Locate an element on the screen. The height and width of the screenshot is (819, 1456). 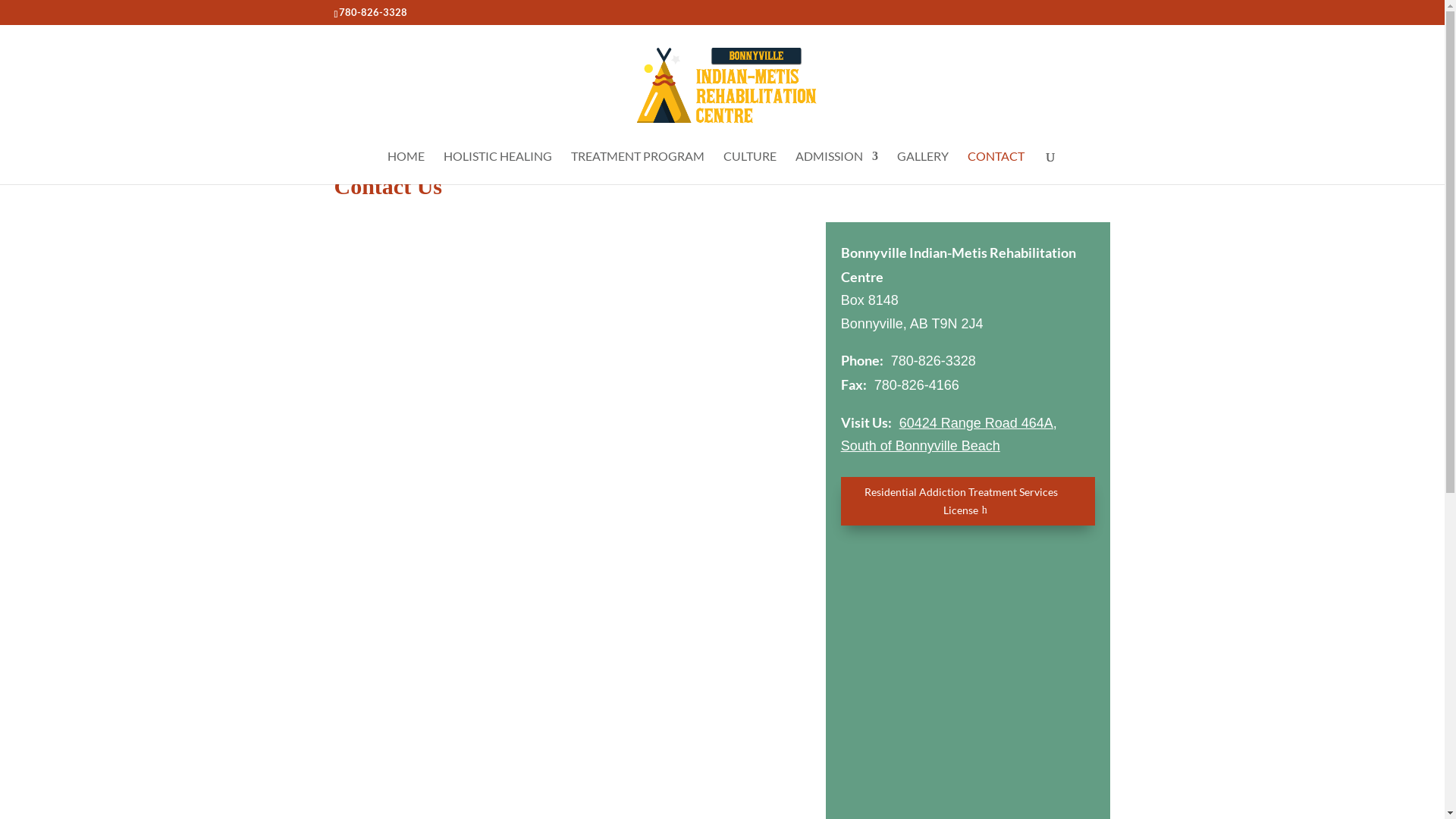
'HOME' is located at coordinates (406, 167).